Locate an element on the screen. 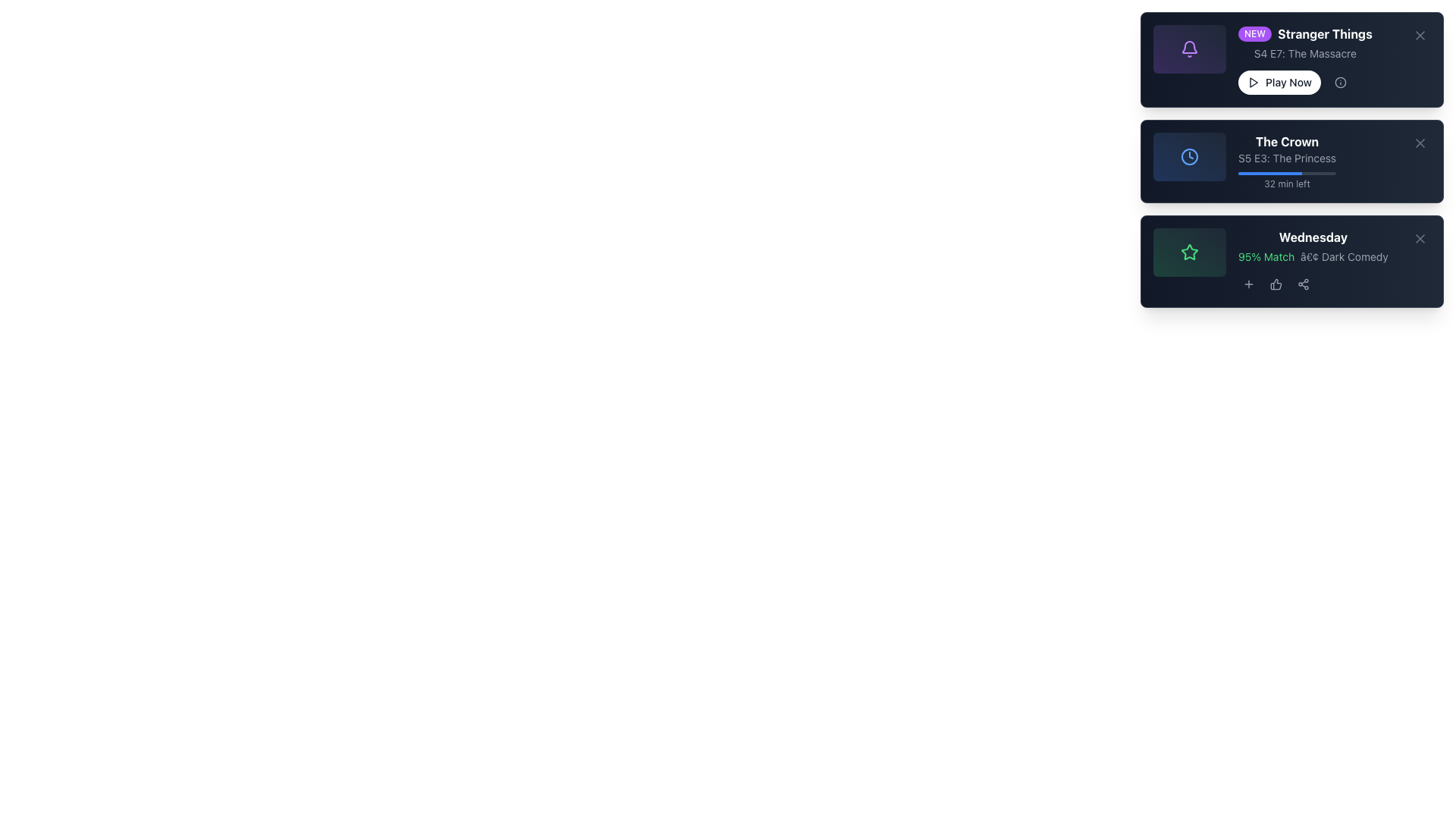  the sharing icon, which is a graphical representation with three interconnected circles forming a triangular layout, located at the bottom-right corner of the 'Wednesday' content card is located at coordinates (1302, 284).